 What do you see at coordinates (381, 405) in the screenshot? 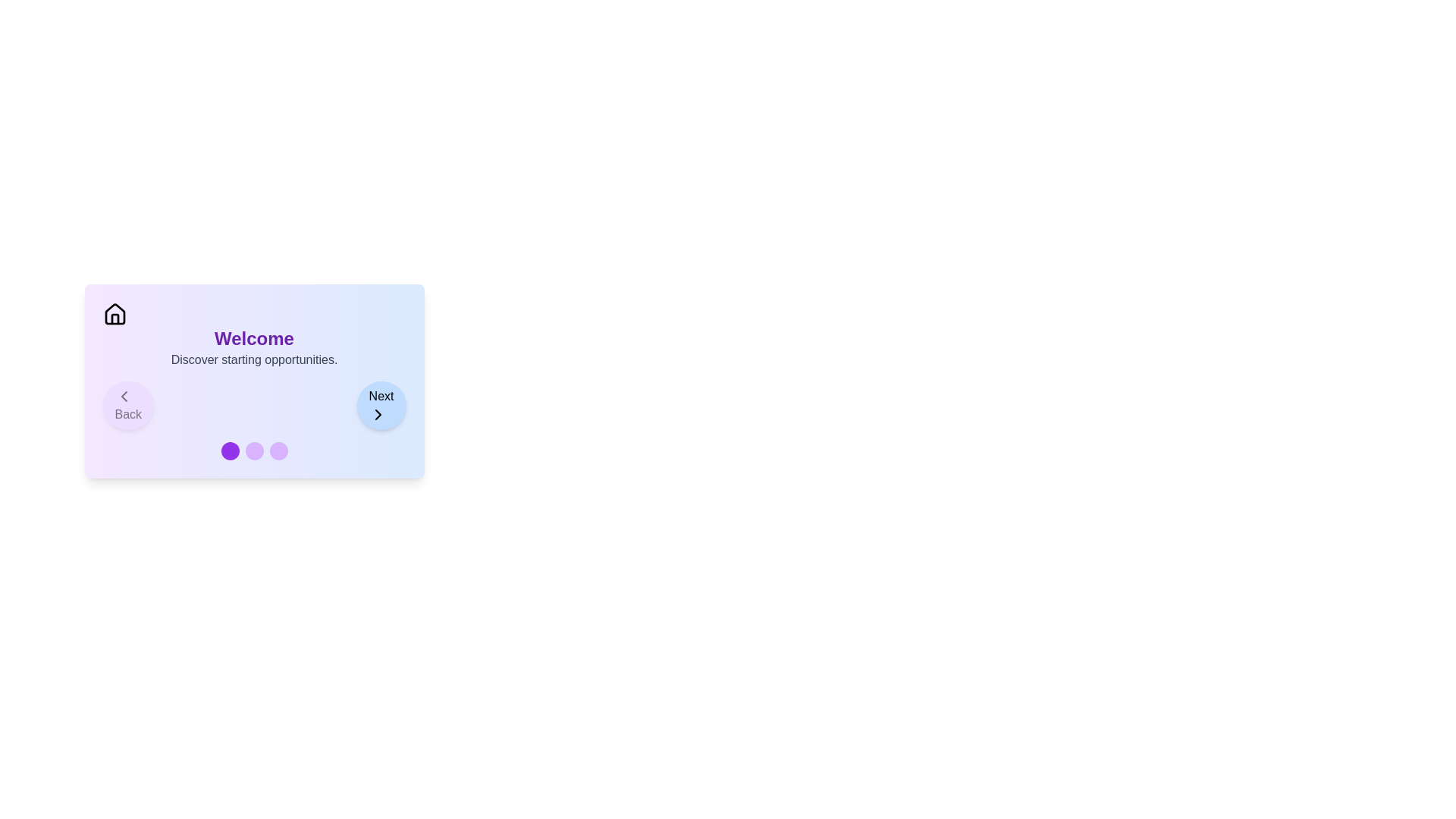
I see `the 'Next' button to navigate to the next step` at bounding box center [381, 405].